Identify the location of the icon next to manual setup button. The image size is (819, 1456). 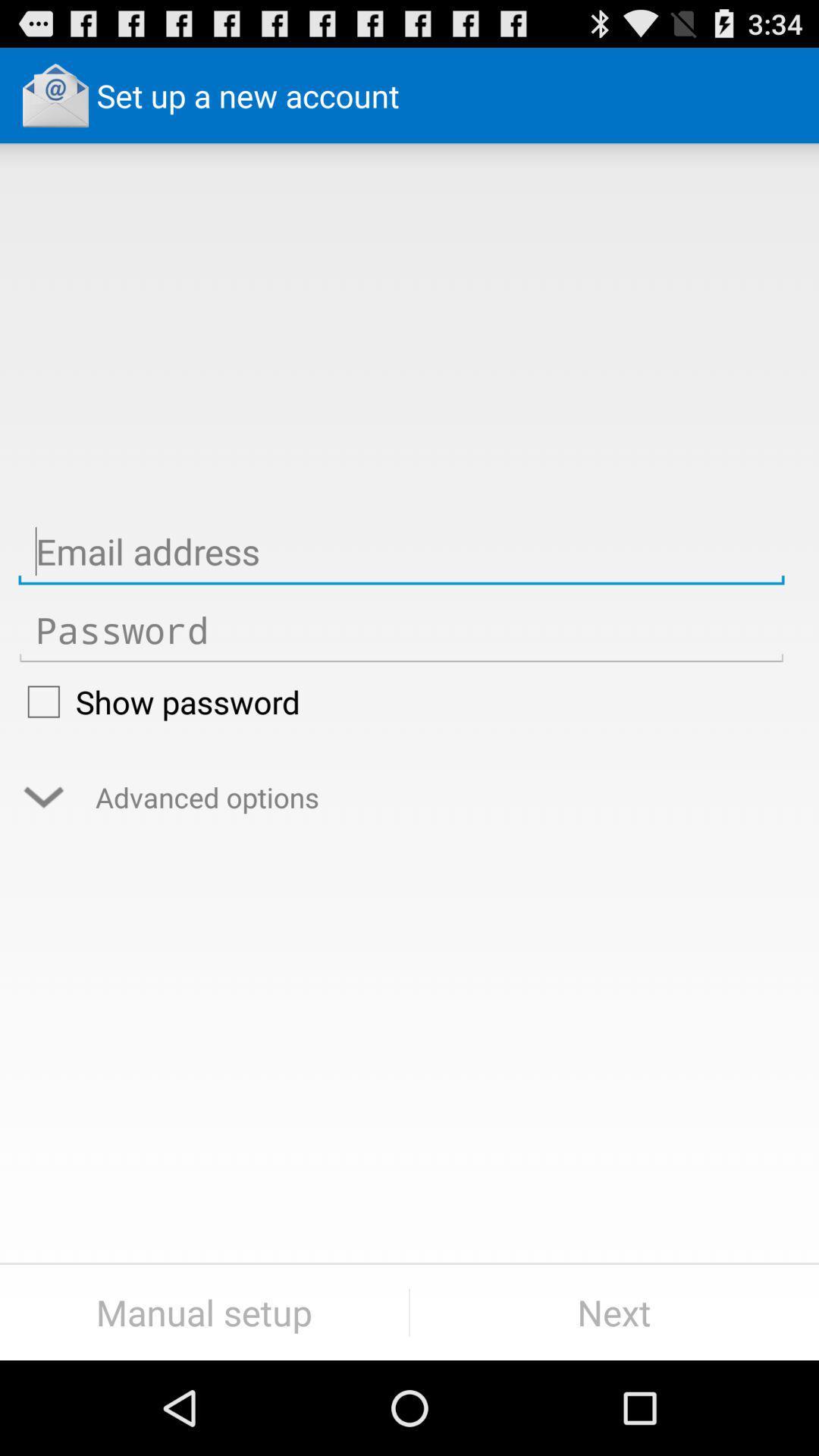
(614, 1312).